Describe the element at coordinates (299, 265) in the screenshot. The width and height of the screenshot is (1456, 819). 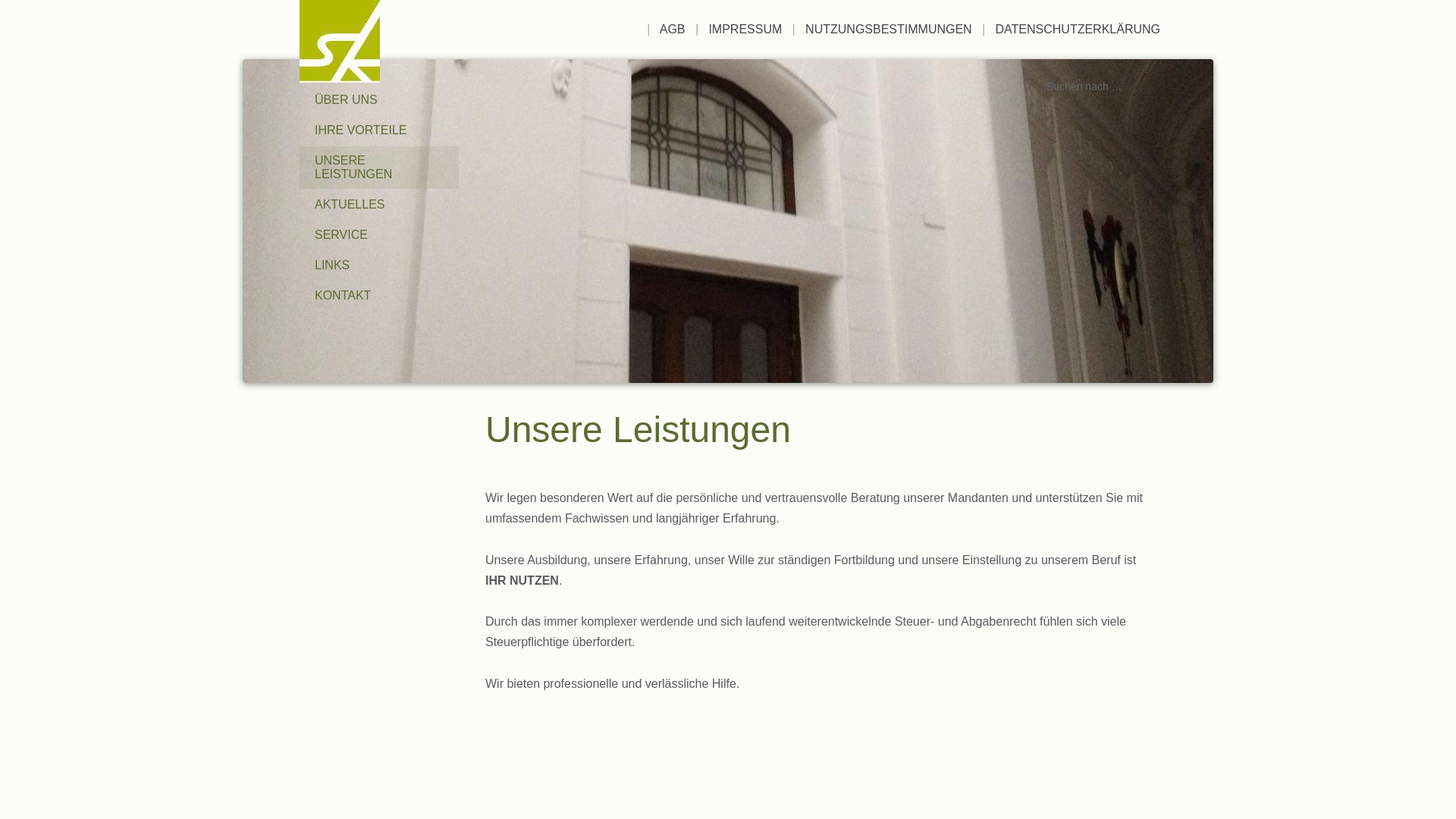
I see `'LINKS'` at that location.